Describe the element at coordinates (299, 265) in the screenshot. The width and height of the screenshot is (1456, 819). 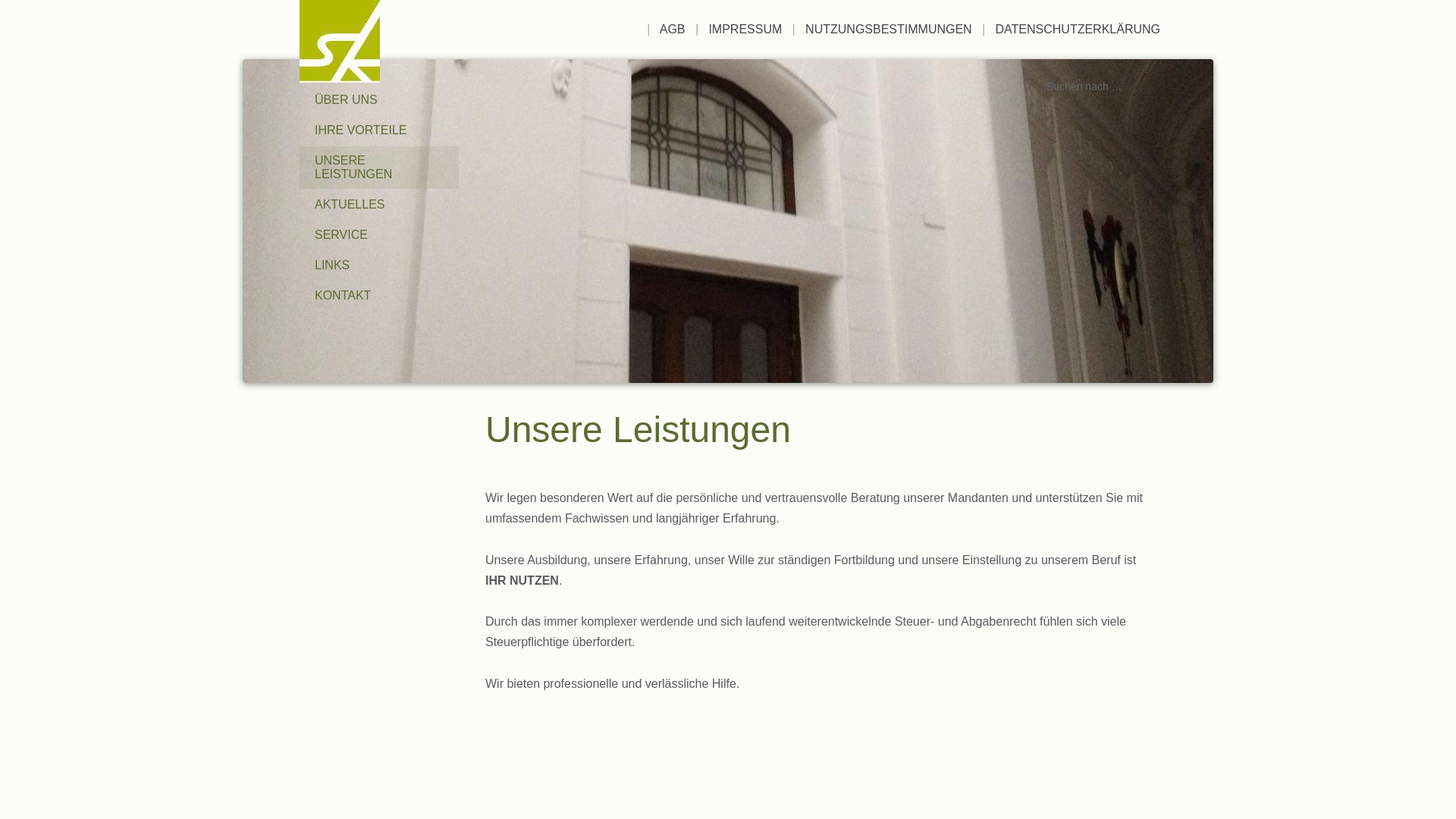
I see `'LINKS'` at that location.